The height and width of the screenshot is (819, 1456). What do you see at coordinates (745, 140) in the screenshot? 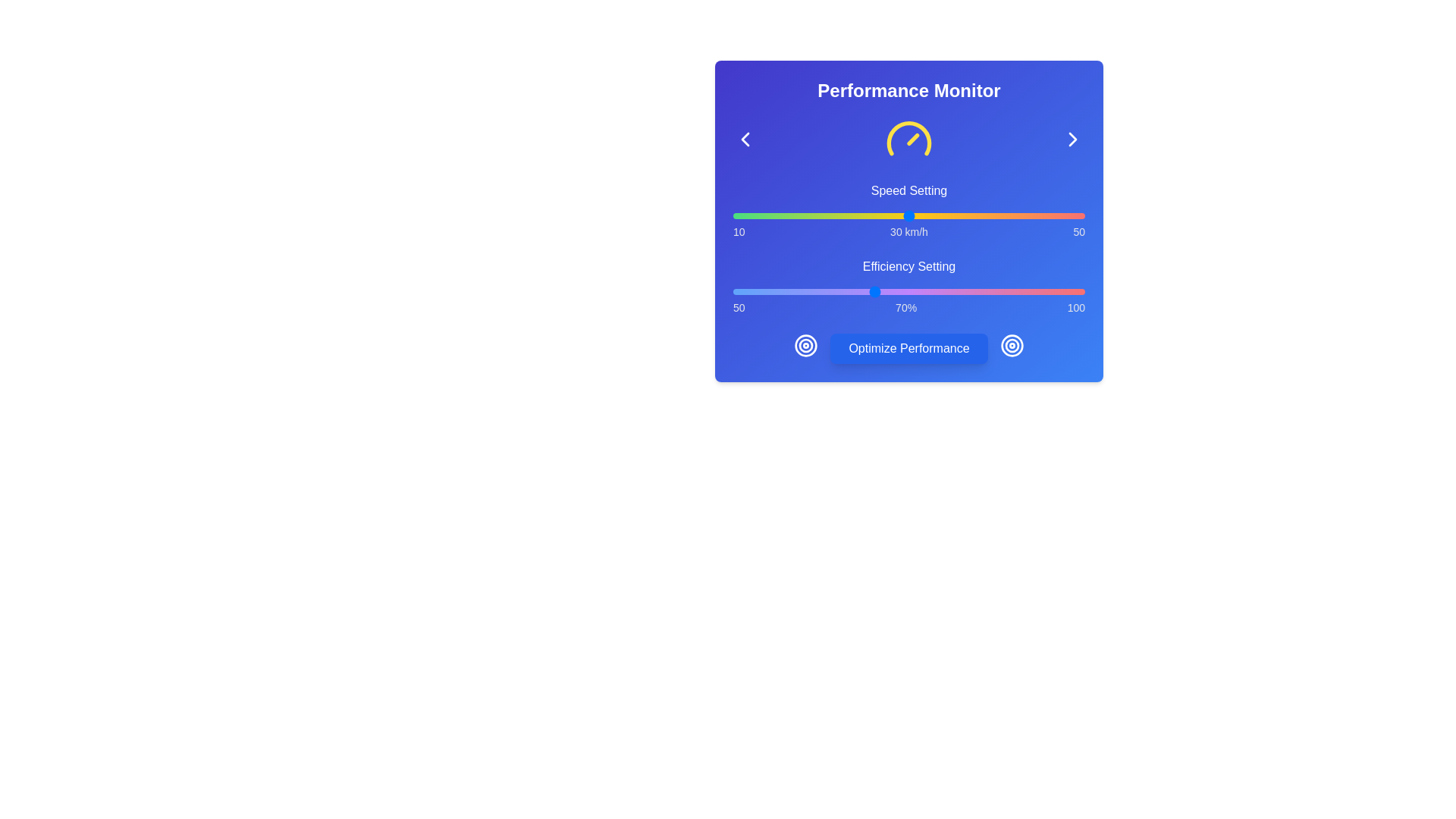
I see `the left-chevron button to navigate to the previous page` at bounding box center [745, 140].